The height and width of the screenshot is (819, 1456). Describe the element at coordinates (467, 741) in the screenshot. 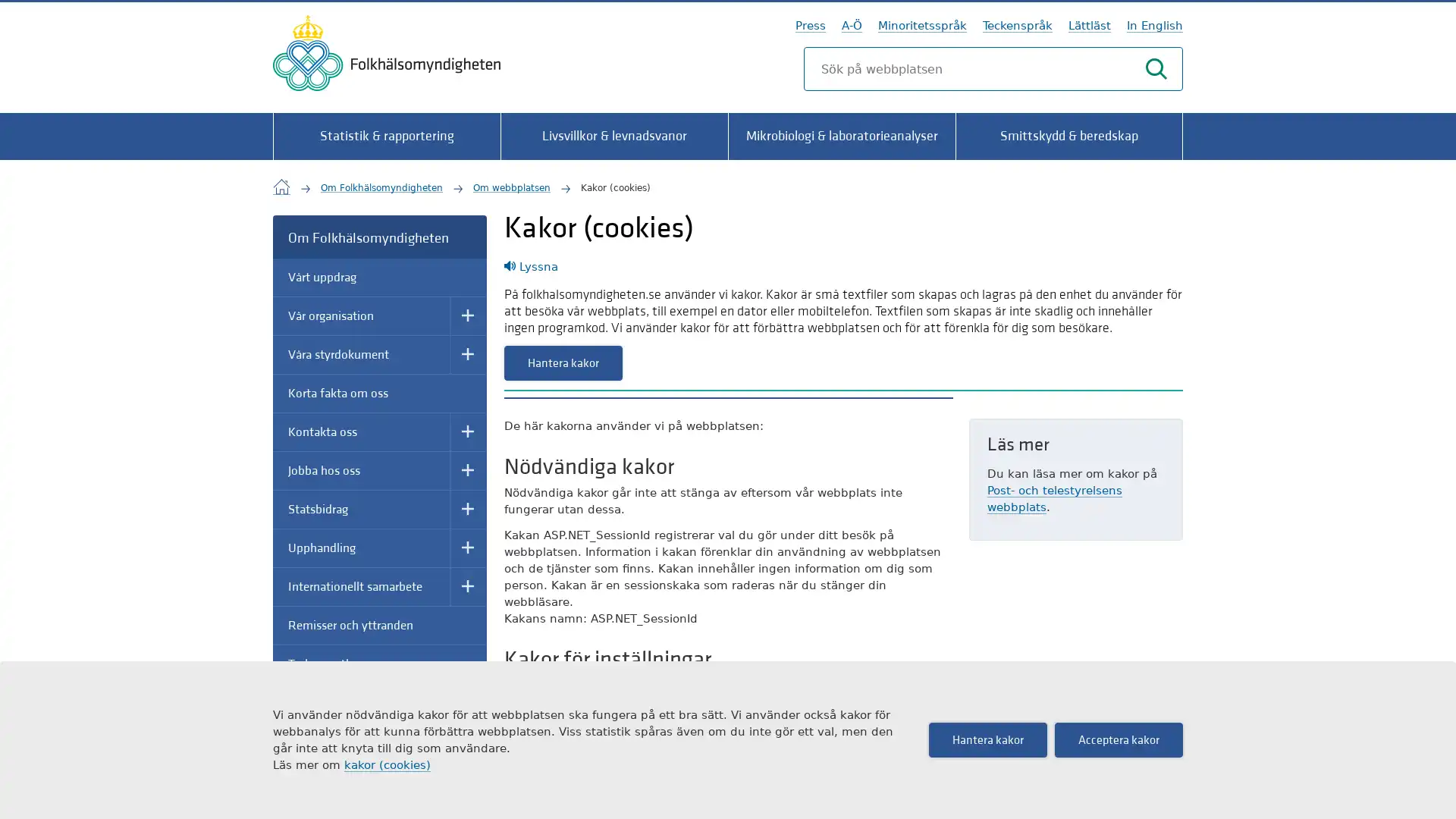

I see `Expandera` at that location.